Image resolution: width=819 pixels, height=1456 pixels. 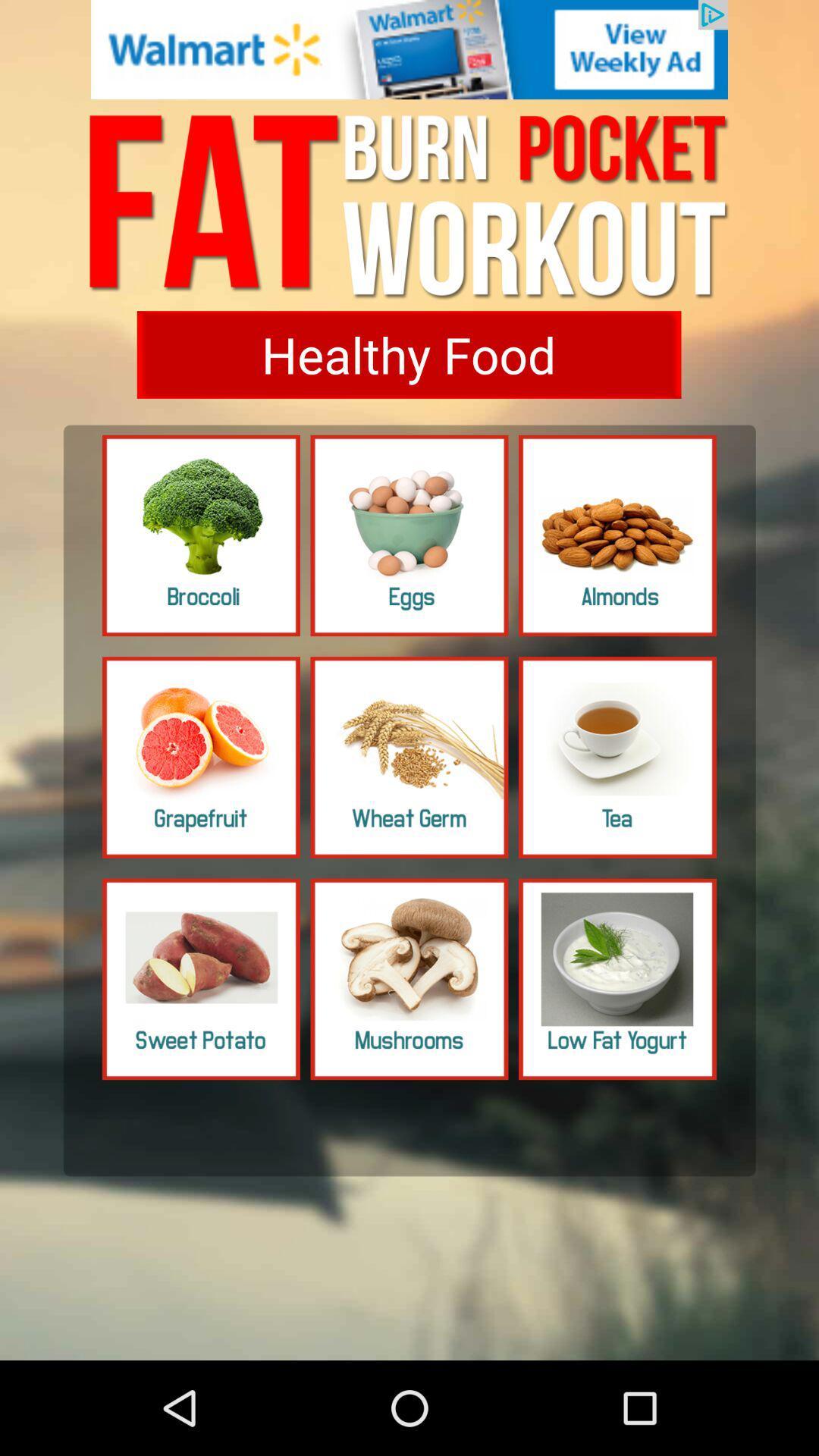 What do you see at coordinates (409, 757) in the screenshot?
I see `click the image` at bounding box center [409, 757].